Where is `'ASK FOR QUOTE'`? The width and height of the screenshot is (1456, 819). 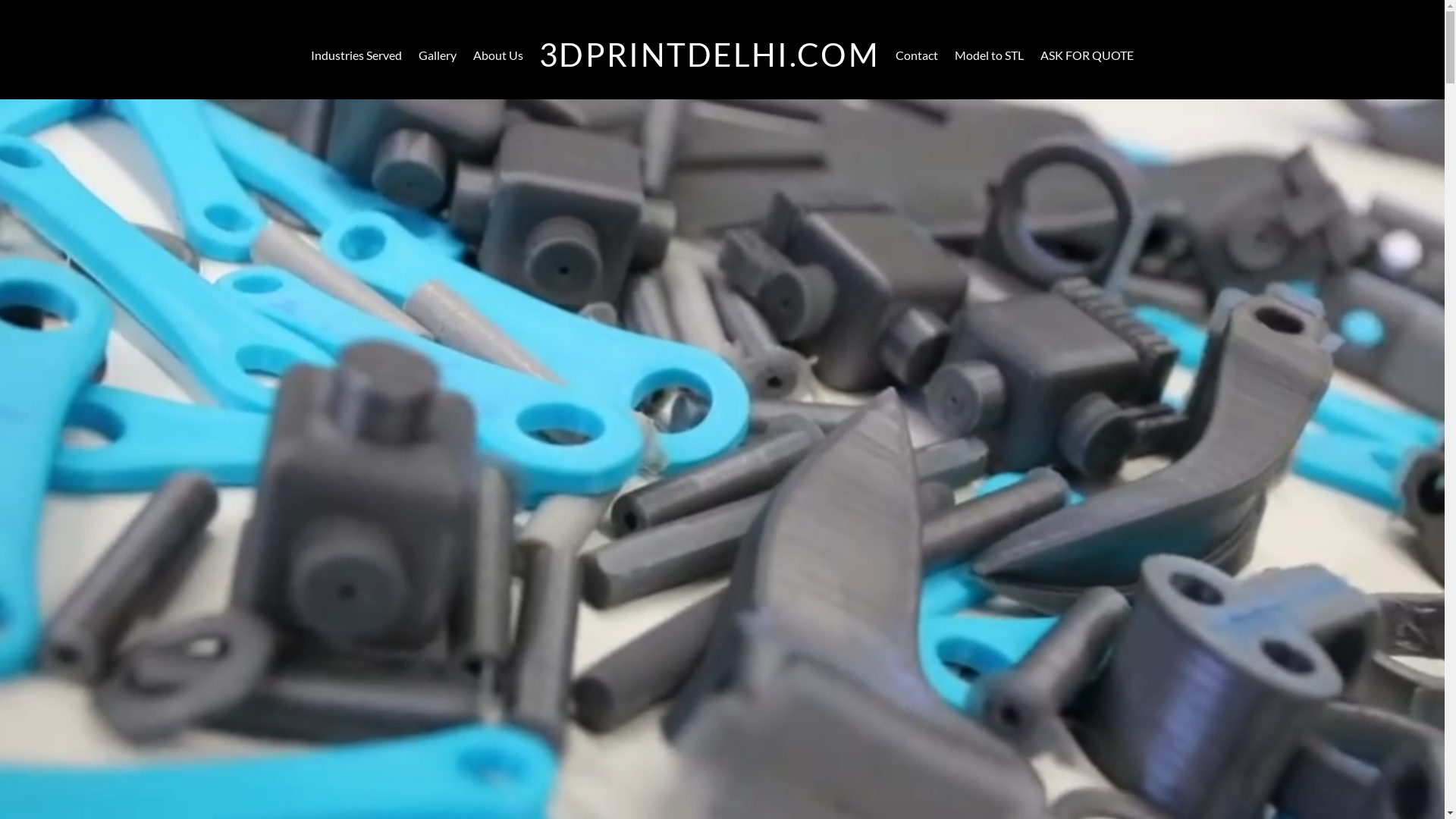 'ASK FOR QUOTE' is located at coordinates (1032, 55).